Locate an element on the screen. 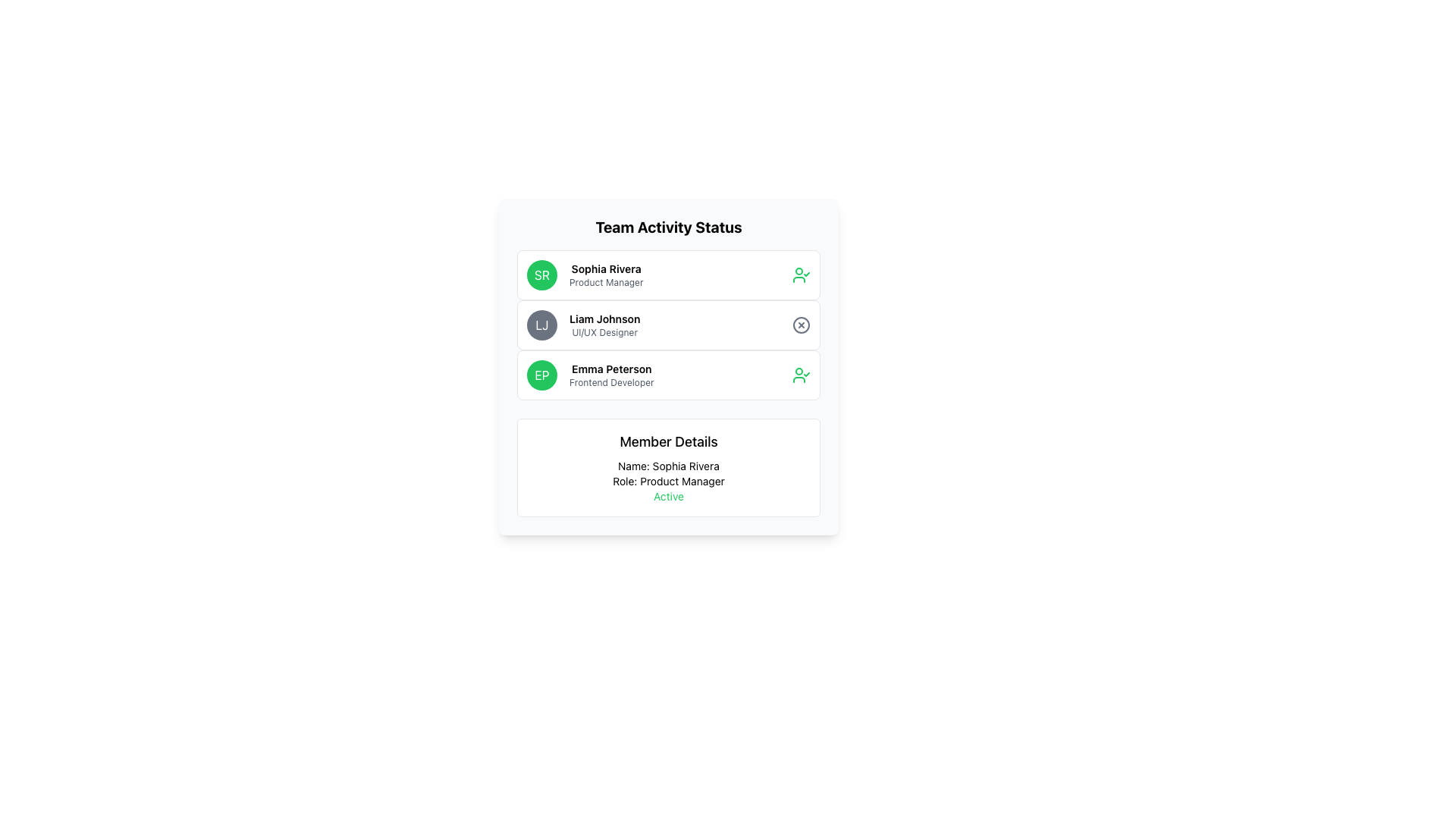 This screenshot has width=1456, height=819. the text label displaying the professional role or title of the user 'Emma Peterson', located below the user's name within the 'Team Activity Status' panel is located at coordinates (611, 382).